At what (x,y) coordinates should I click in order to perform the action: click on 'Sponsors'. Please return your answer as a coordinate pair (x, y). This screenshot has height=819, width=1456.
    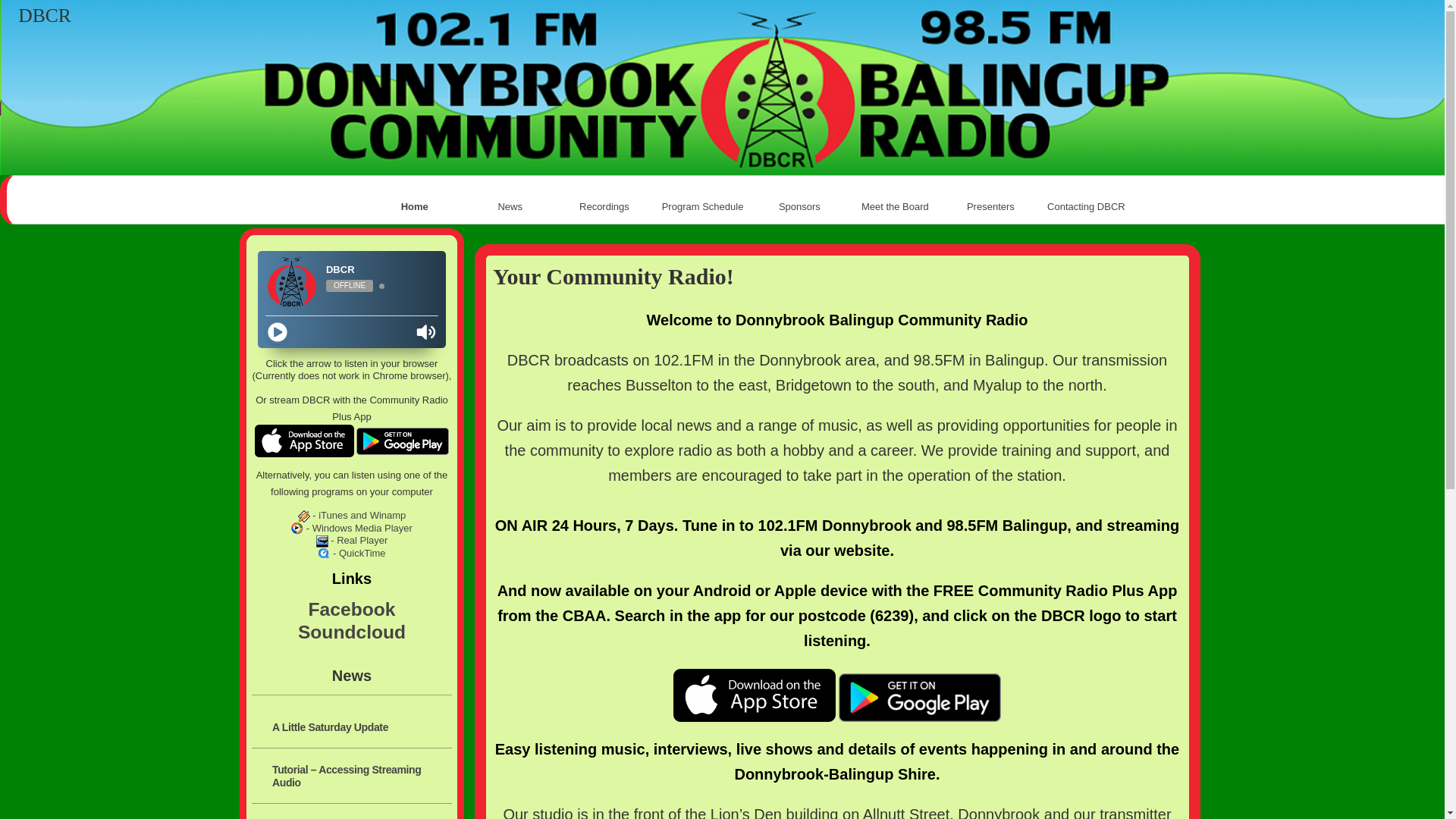
    Looking at the image, I should click on (799, 207).